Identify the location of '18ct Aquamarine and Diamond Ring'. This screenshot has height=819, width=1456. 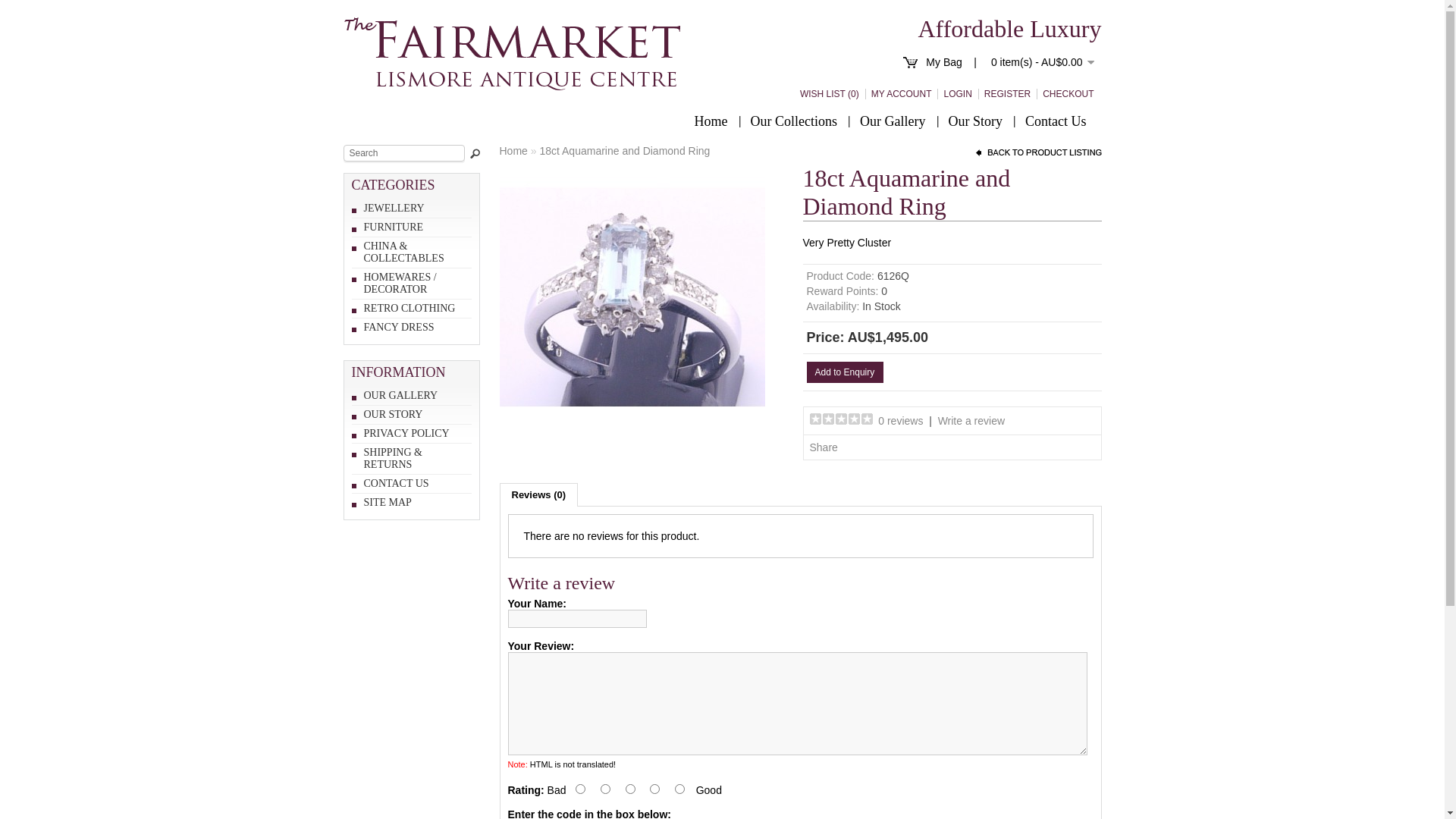
(632, 426).